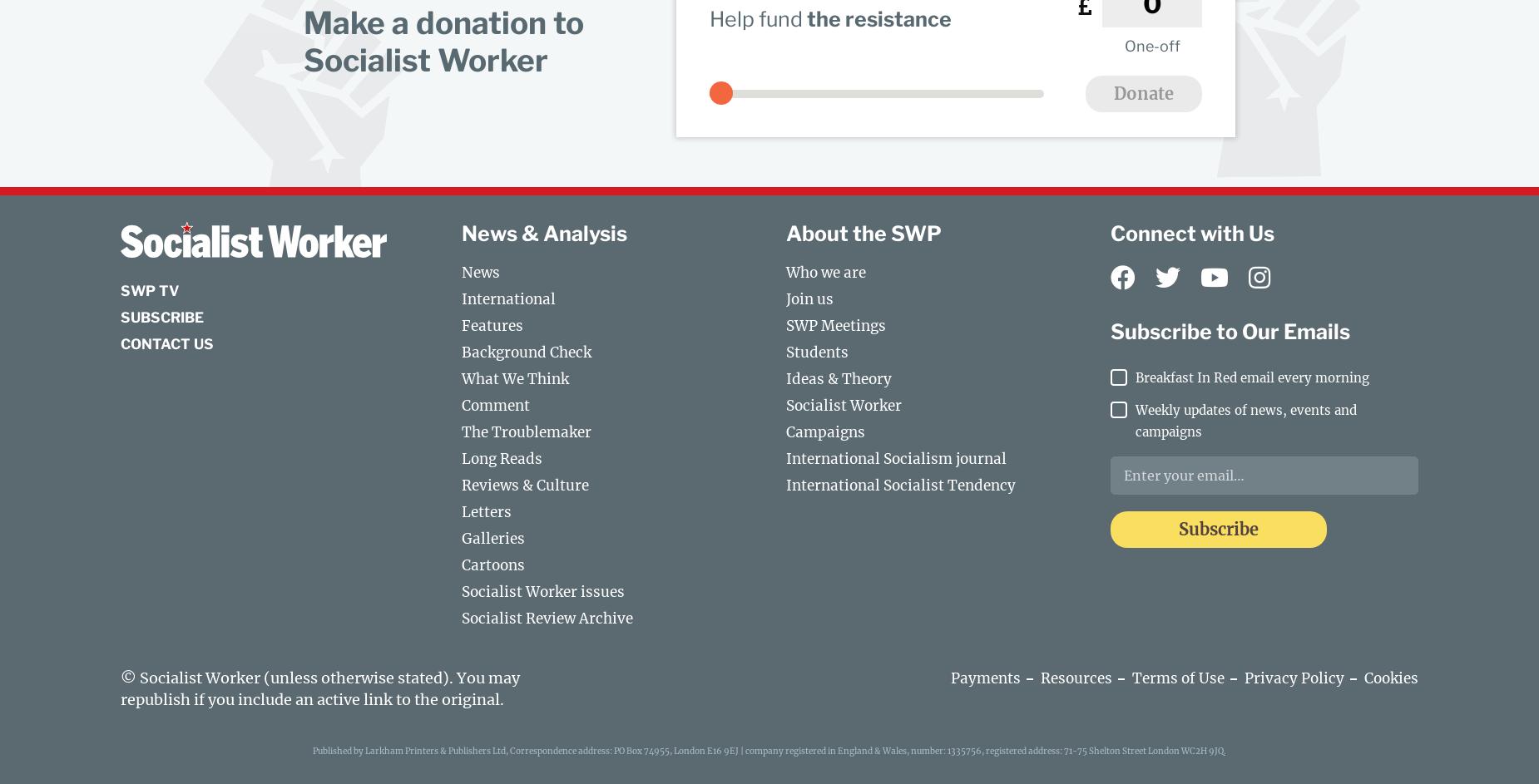 This screenshot has height=784, width=1539. I want to click on 'Published by Larkham Printers & Publishers Ltd, Correspondence address: PO Box 74955, London E16 9EJ | company registered in England & Wales, number: 1335756, registered address: 71-75 Shelton Street London WC2H 9JQ.', so click(769, 750).